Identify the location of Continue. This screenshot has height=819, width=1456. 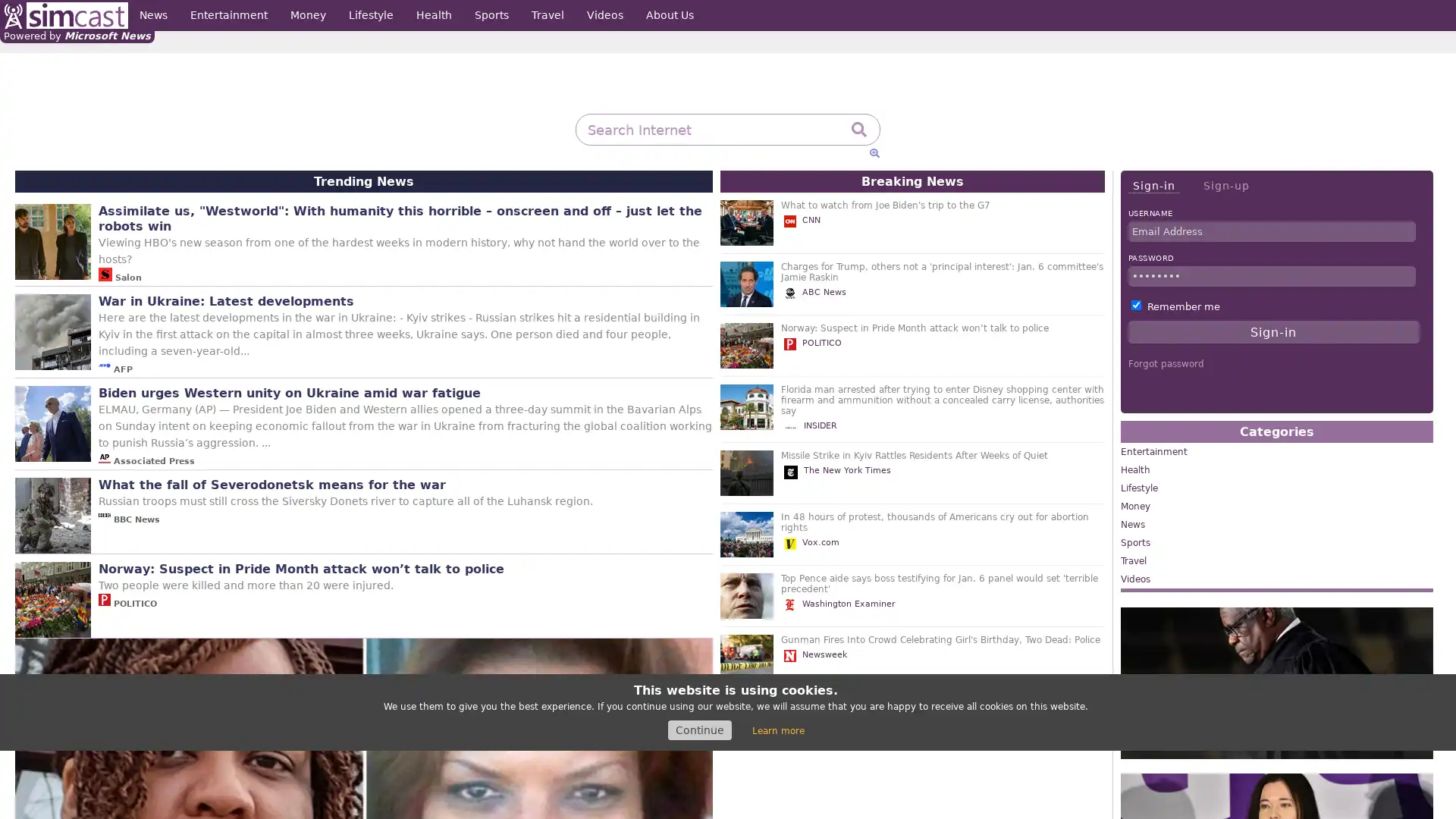
(698, 730).